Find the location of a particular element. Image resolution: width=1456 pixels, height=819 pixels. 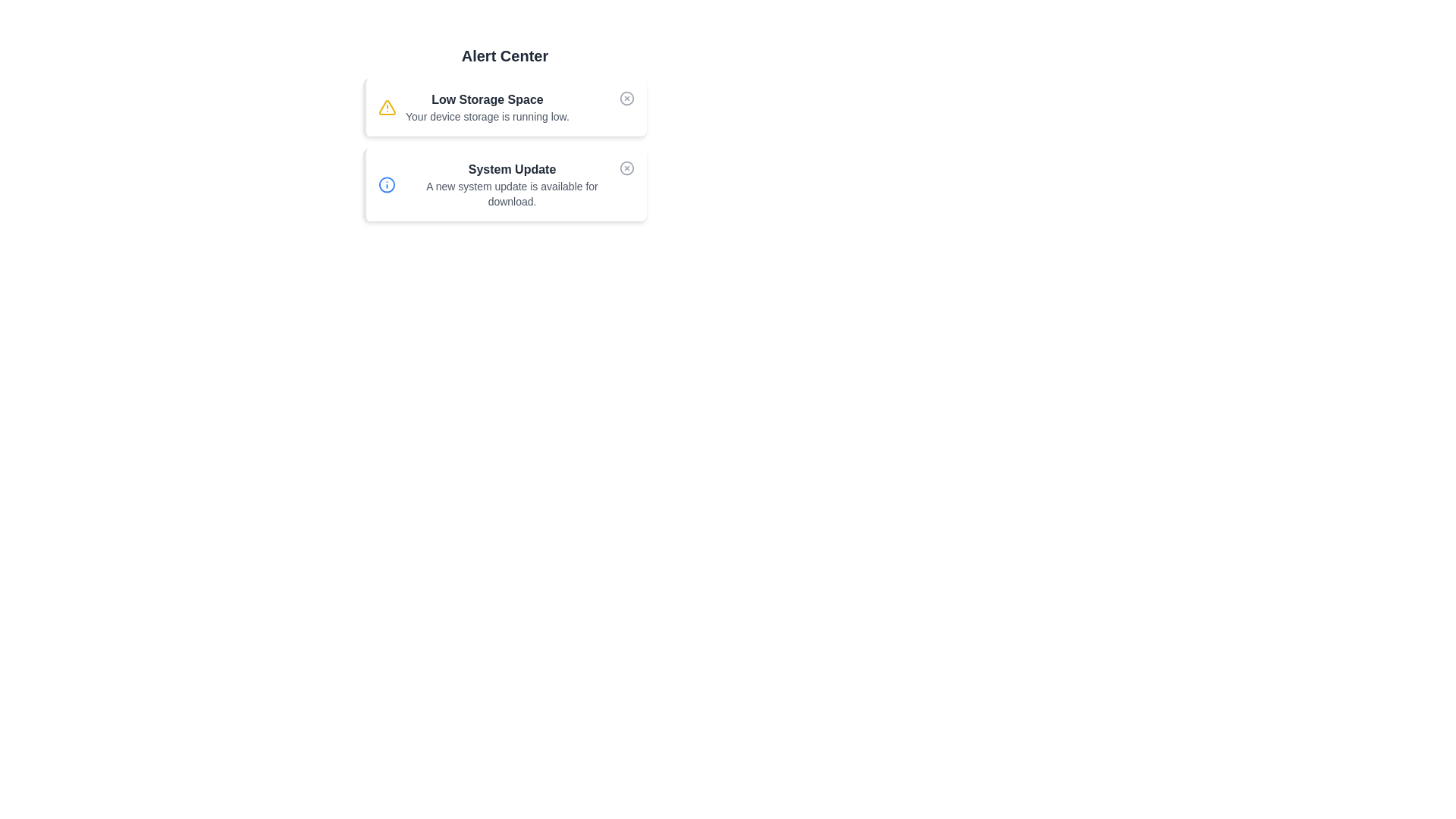

the dismiss button for the alert titled 'System Update' is located at coordinates (626, 168).